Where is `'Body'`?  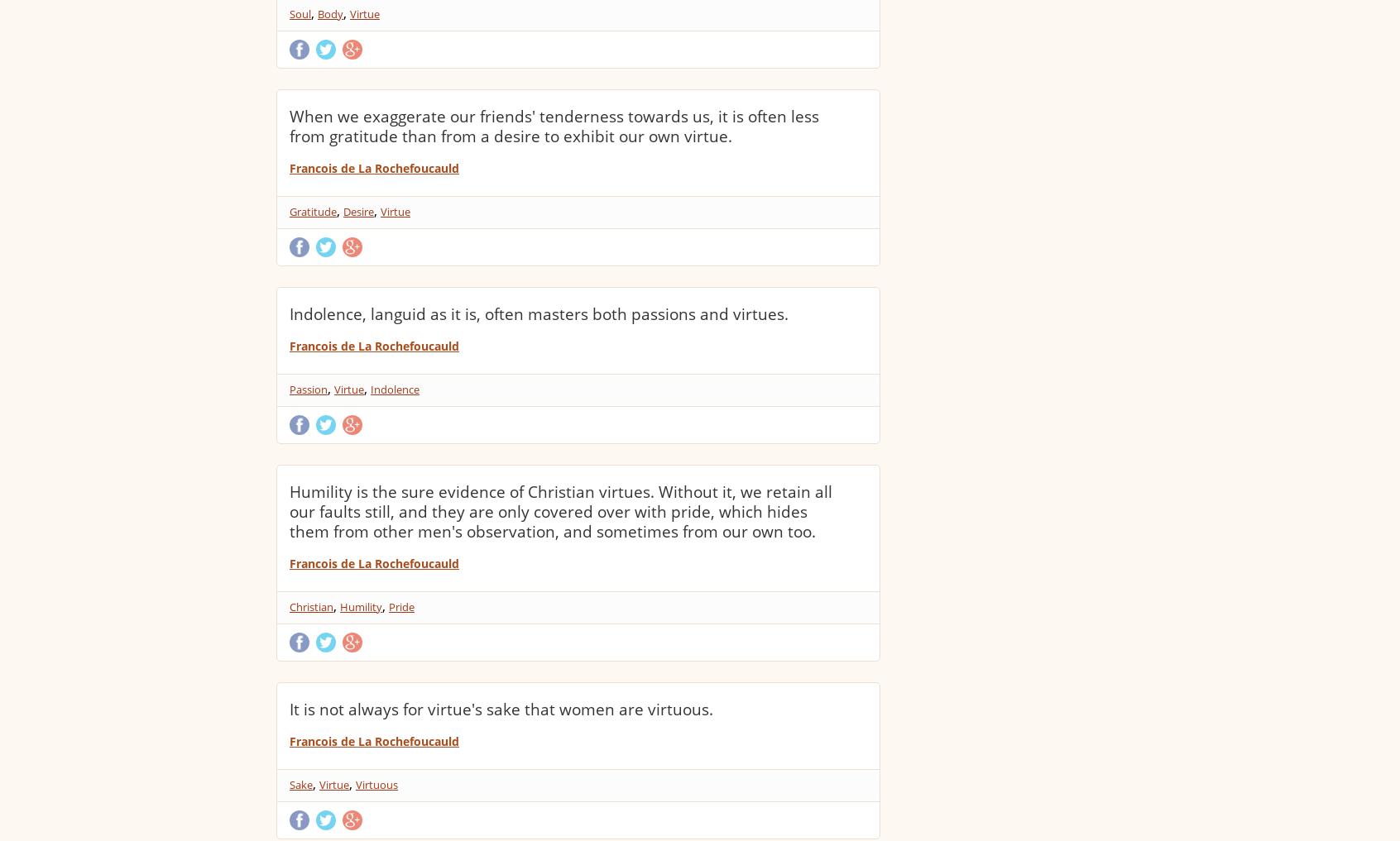
'Body' is located at coordinates (330, 12).